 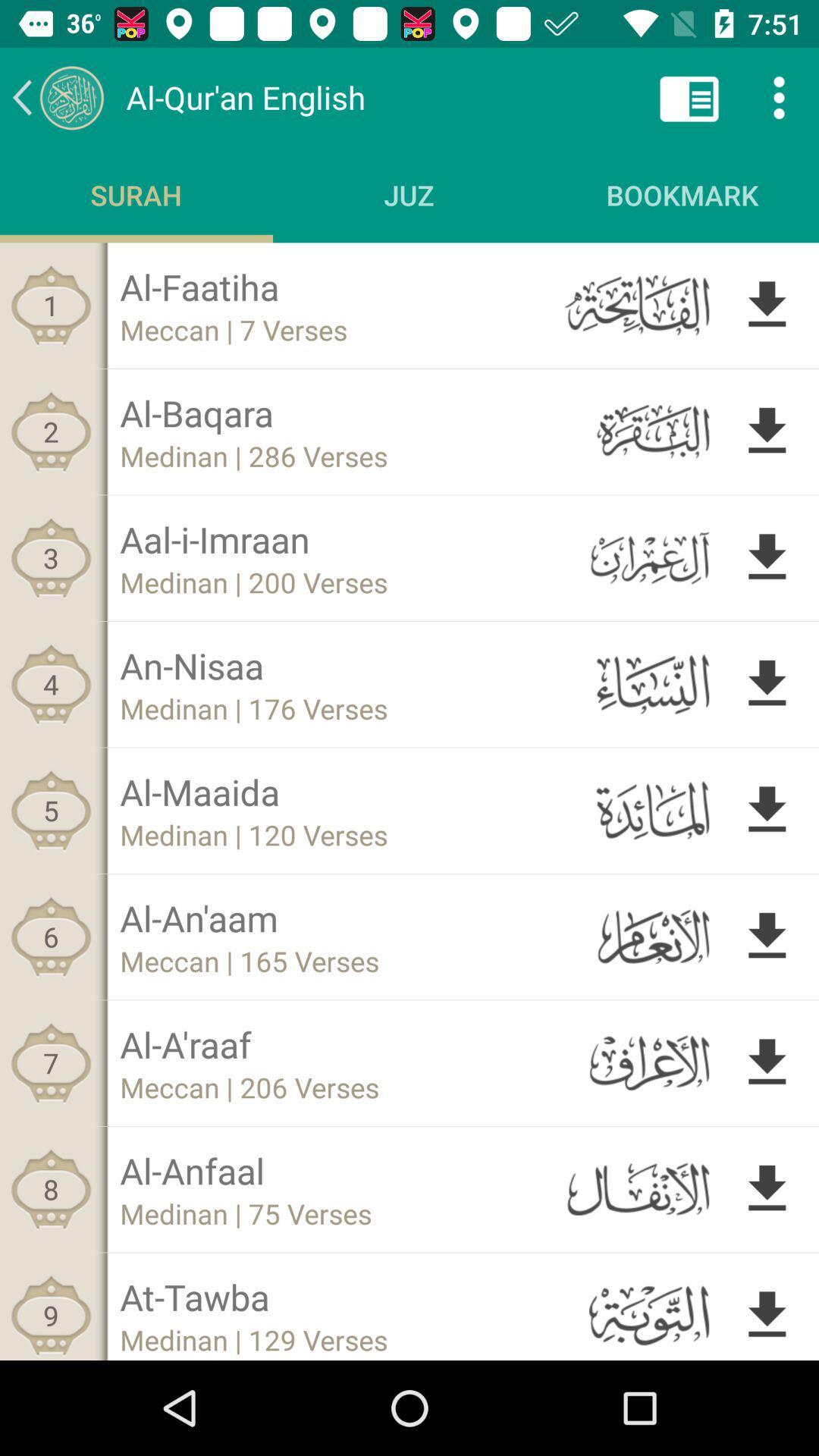 I want to click on download, so click(x=767, y=683).